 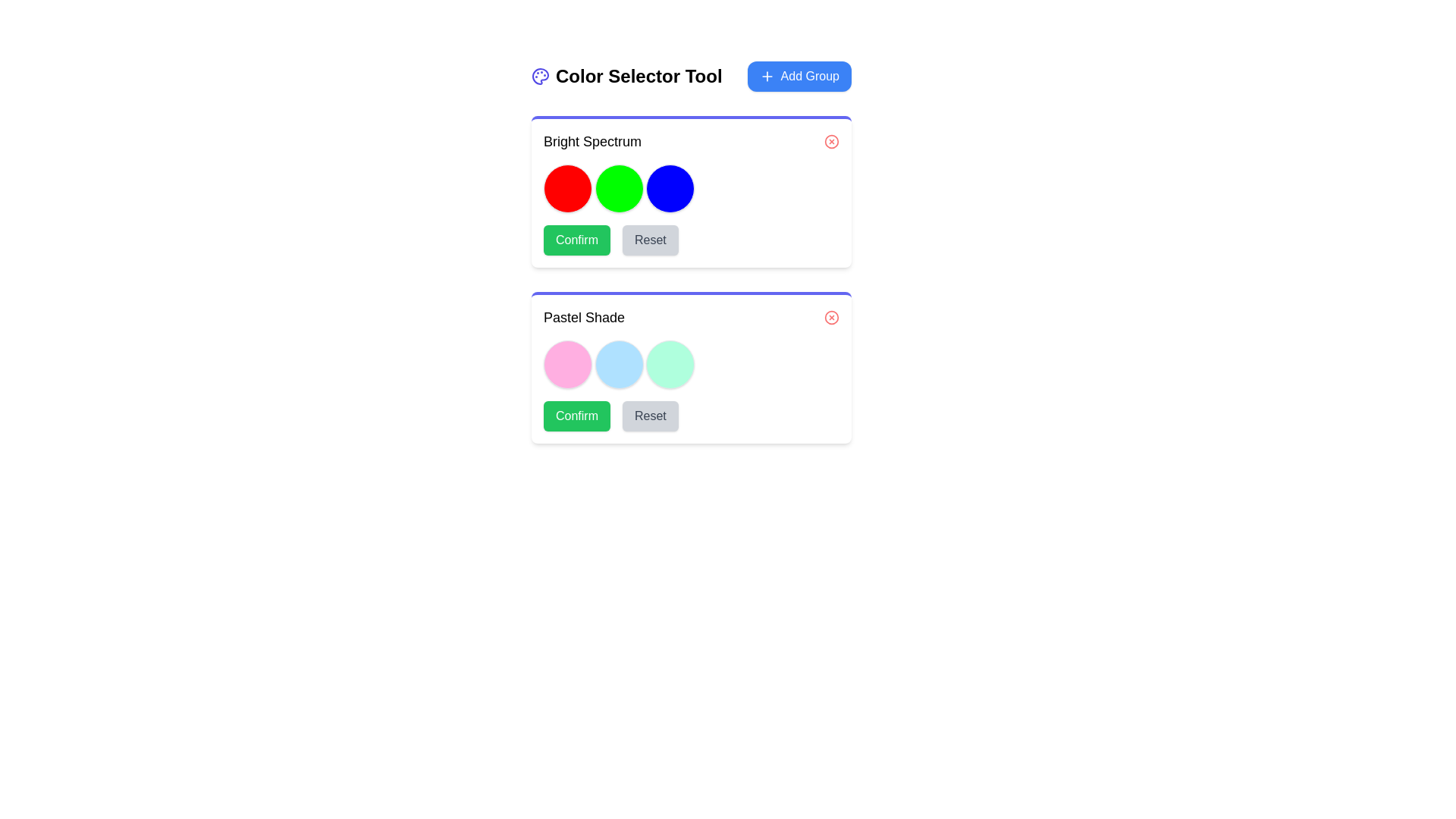 What do you see at coordinates (650, 416) in the screenshot?
I see `the 'Reset' button, which is a rectangular button with a light gray background and rounded corners, containing the text 'Reset' in gray font. It is positioned on the right side of the 'Confirm' button in the 'Pastel Shade' section` at bounding box center [650, 416].